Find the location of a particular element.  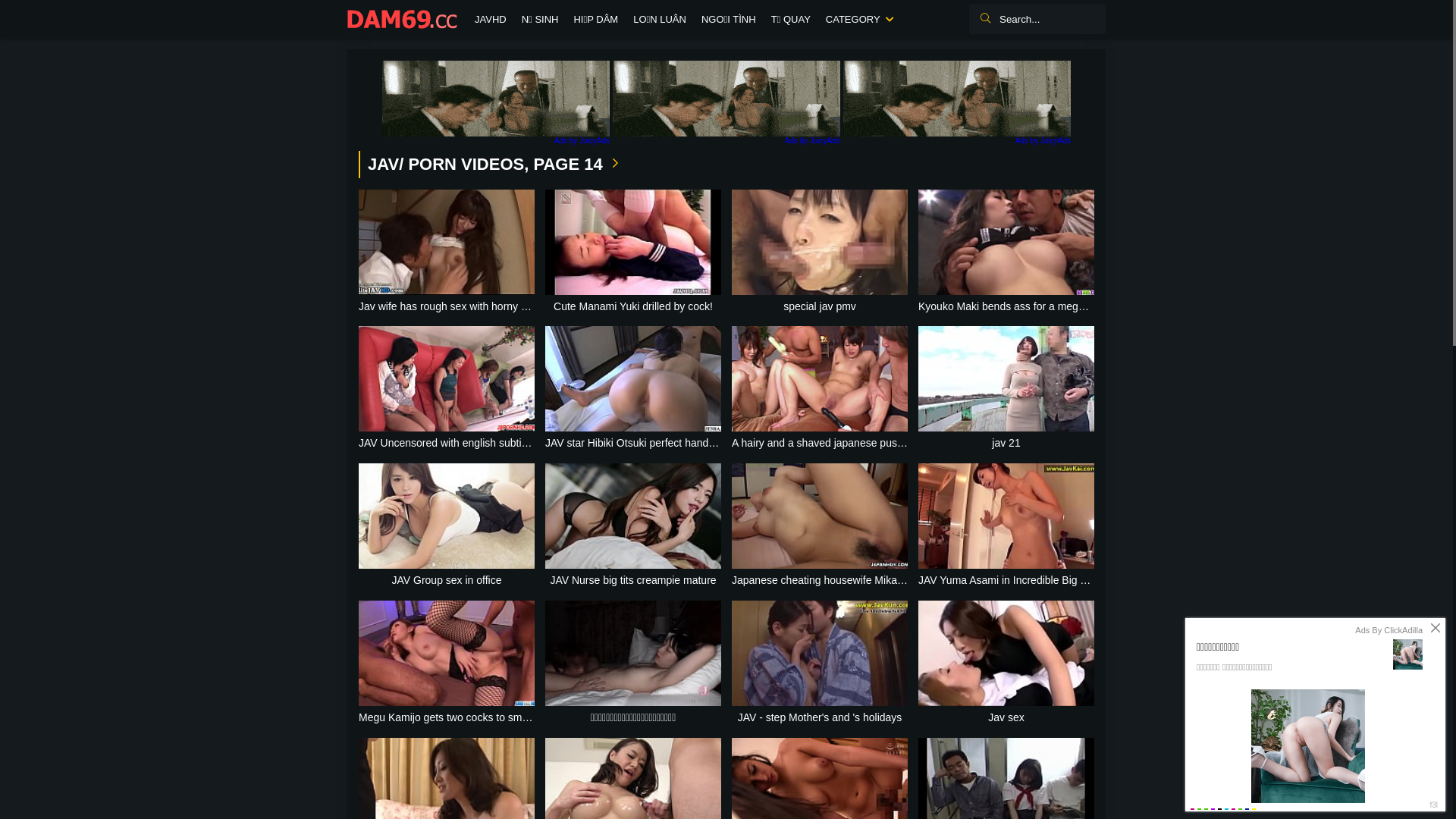

'JAV Group sex in office' is located at coordinates (446, 526).